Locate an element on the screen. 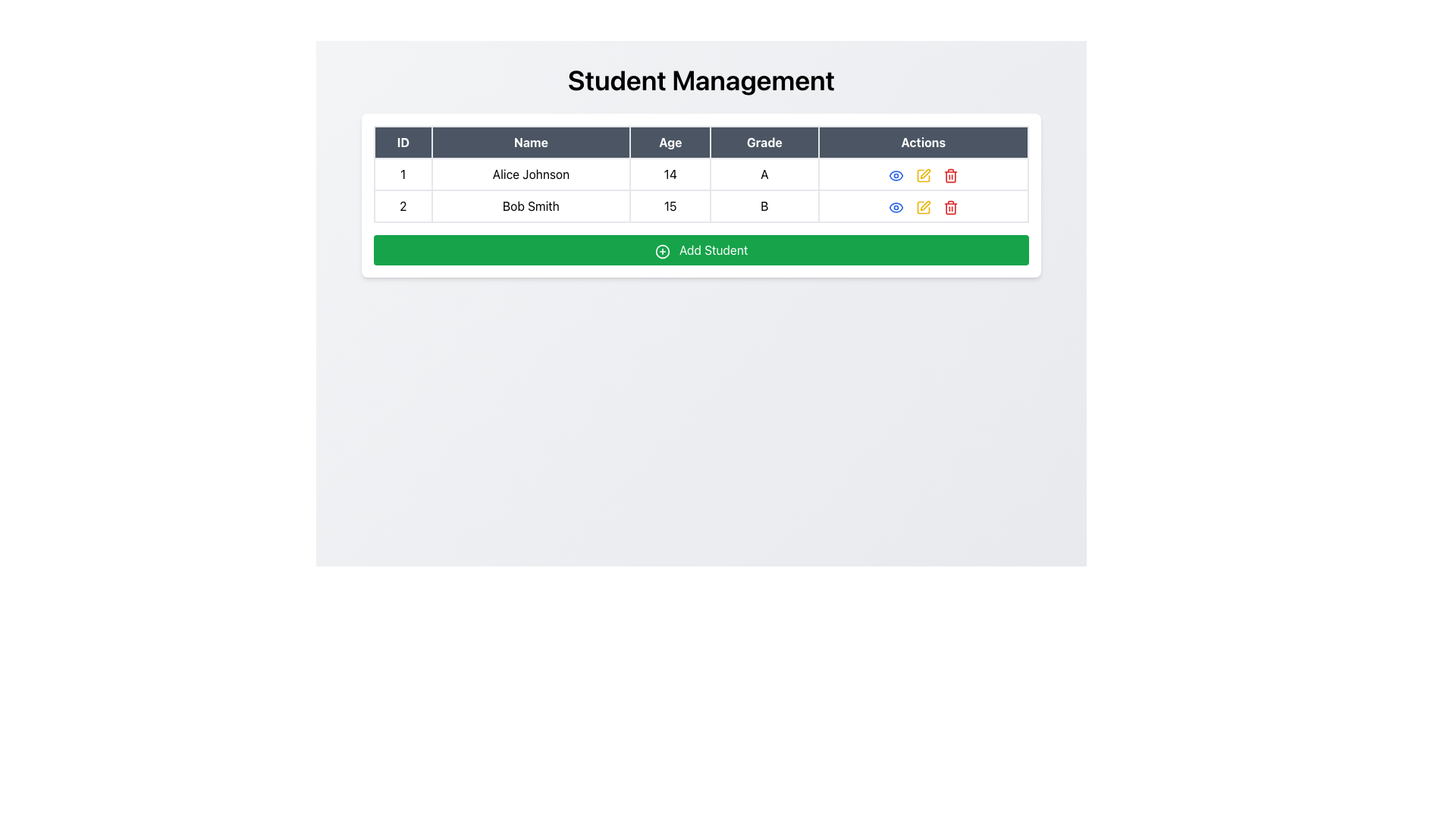 The width and height of the screenshot is (1456, 819). the first SVG icon element in the 'Actions' column for 'Alice Johnson', which resembles a square and has a stroke outline without fill is located at coordinates (922, 174).